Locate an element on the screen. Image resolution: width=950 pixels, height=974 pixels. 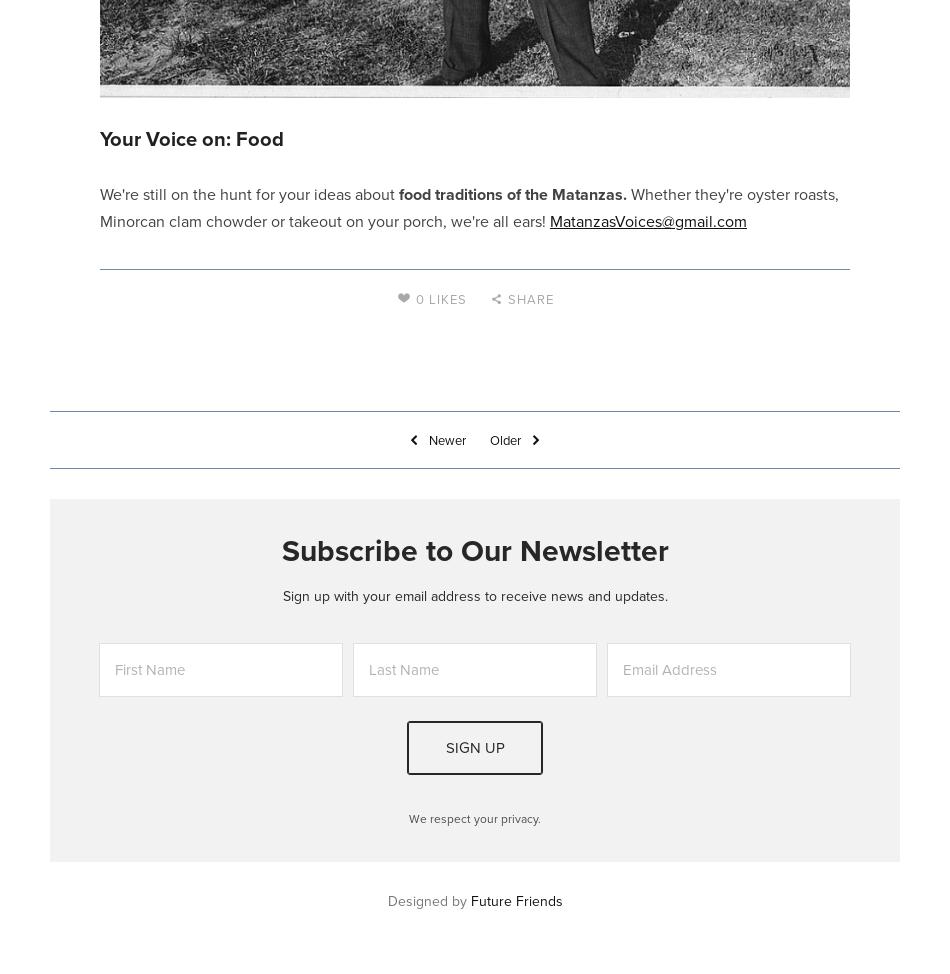
'Your Voice on: Food' is located at coordinates (191, 137).